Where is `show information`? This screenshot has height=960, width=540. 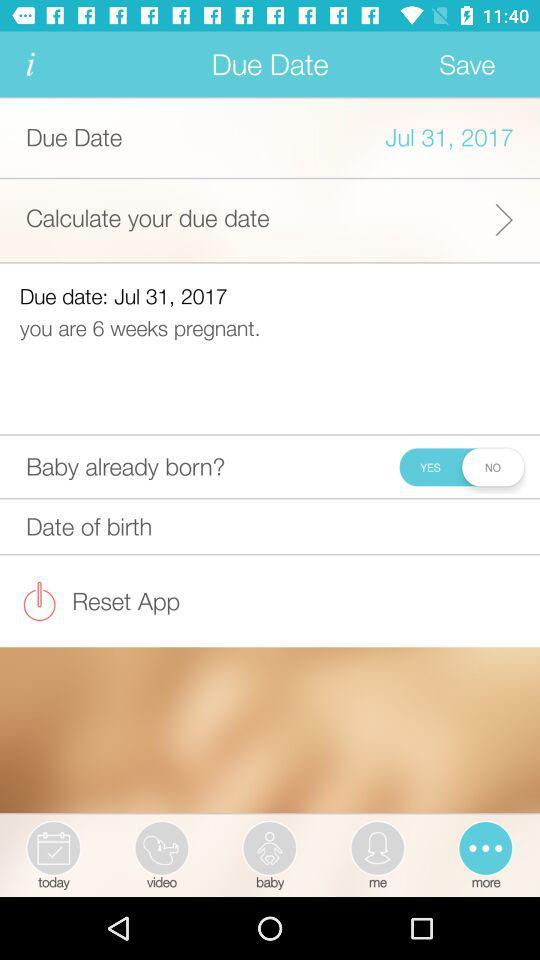
show information is located at coordinates (29, 64).